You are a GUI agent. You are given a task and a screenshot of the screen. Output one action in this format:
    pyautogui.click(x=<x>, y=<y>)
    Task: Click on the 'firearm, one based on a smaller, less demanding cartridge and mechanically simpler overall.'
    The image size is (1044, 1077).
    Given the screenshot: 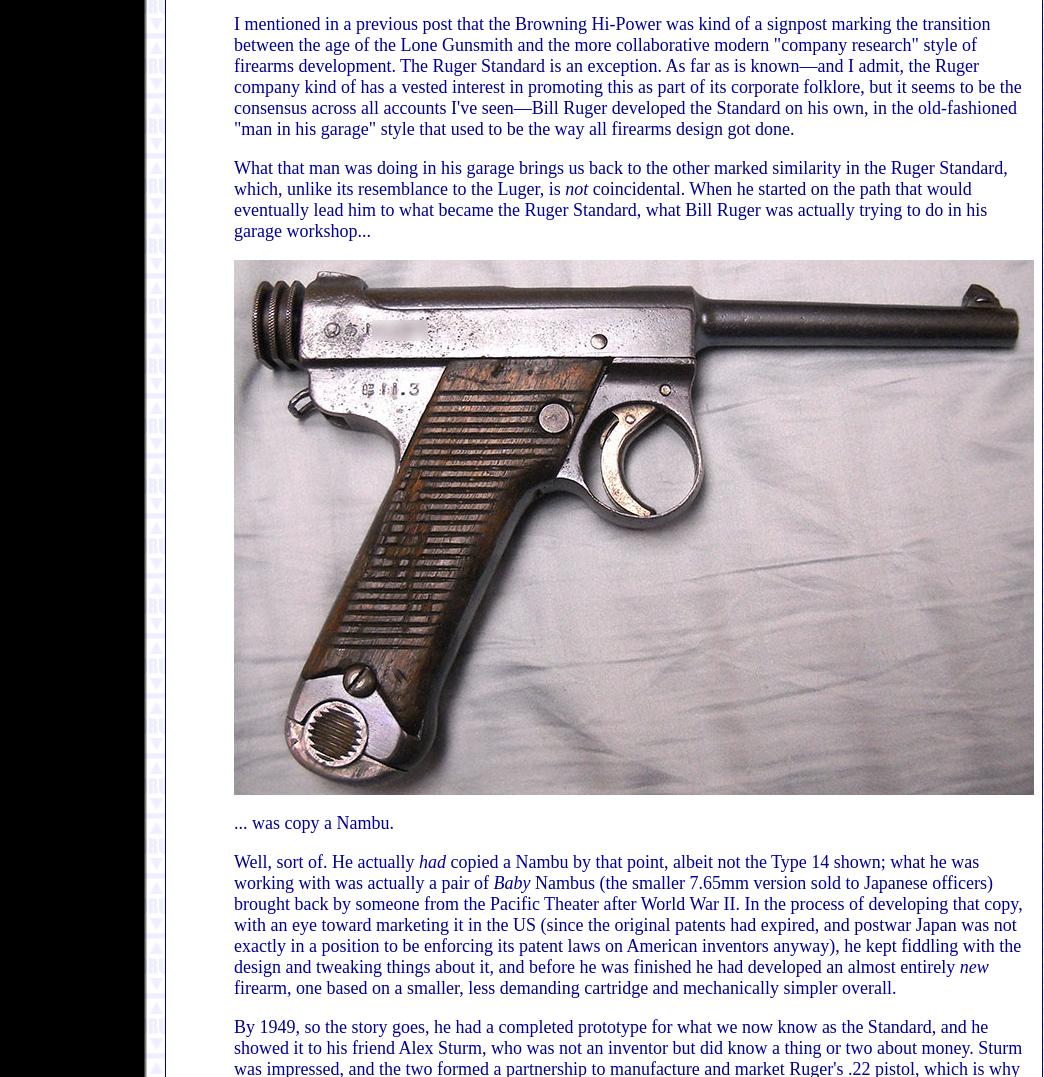 What is the action you would take?
    pyautogui.click(x=564, y=988)
    